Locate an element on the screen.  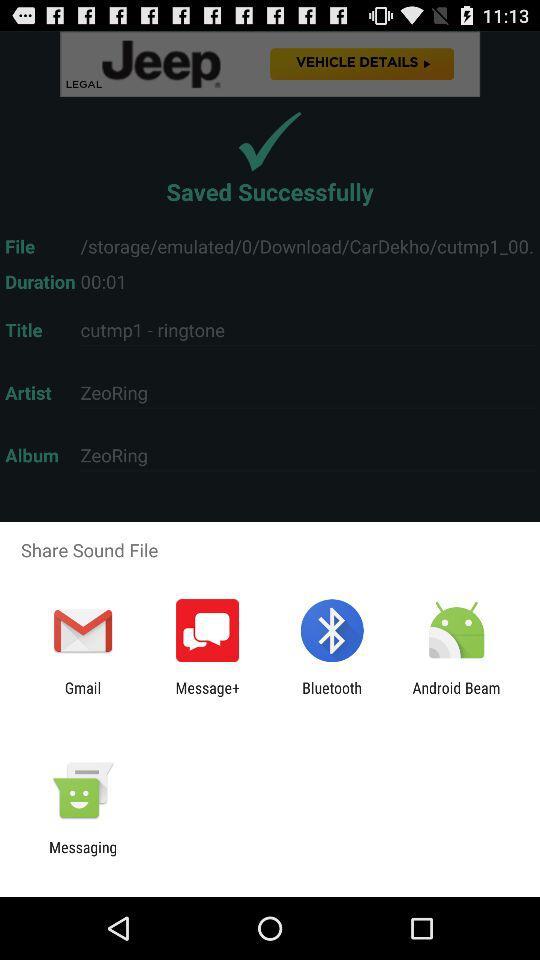
the item to the left of android beam app is located at coordinates (332, 696).